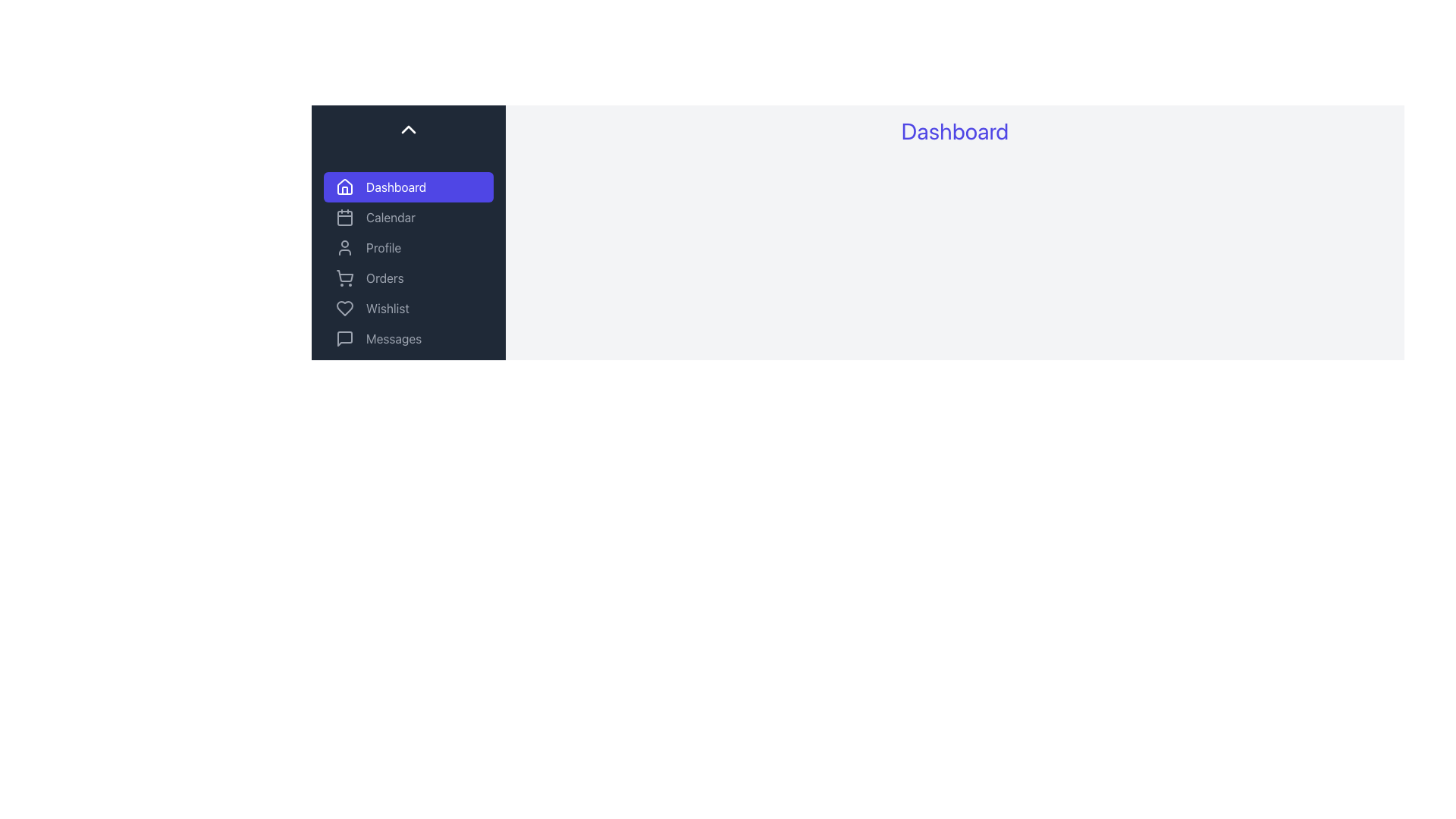 The image size is (1456, 819). Describe the element at coordinates (408, 186) in the screenshot. I see `the indigo blue rectangular button labeled 'Dashboard' with a house icon` at that location.